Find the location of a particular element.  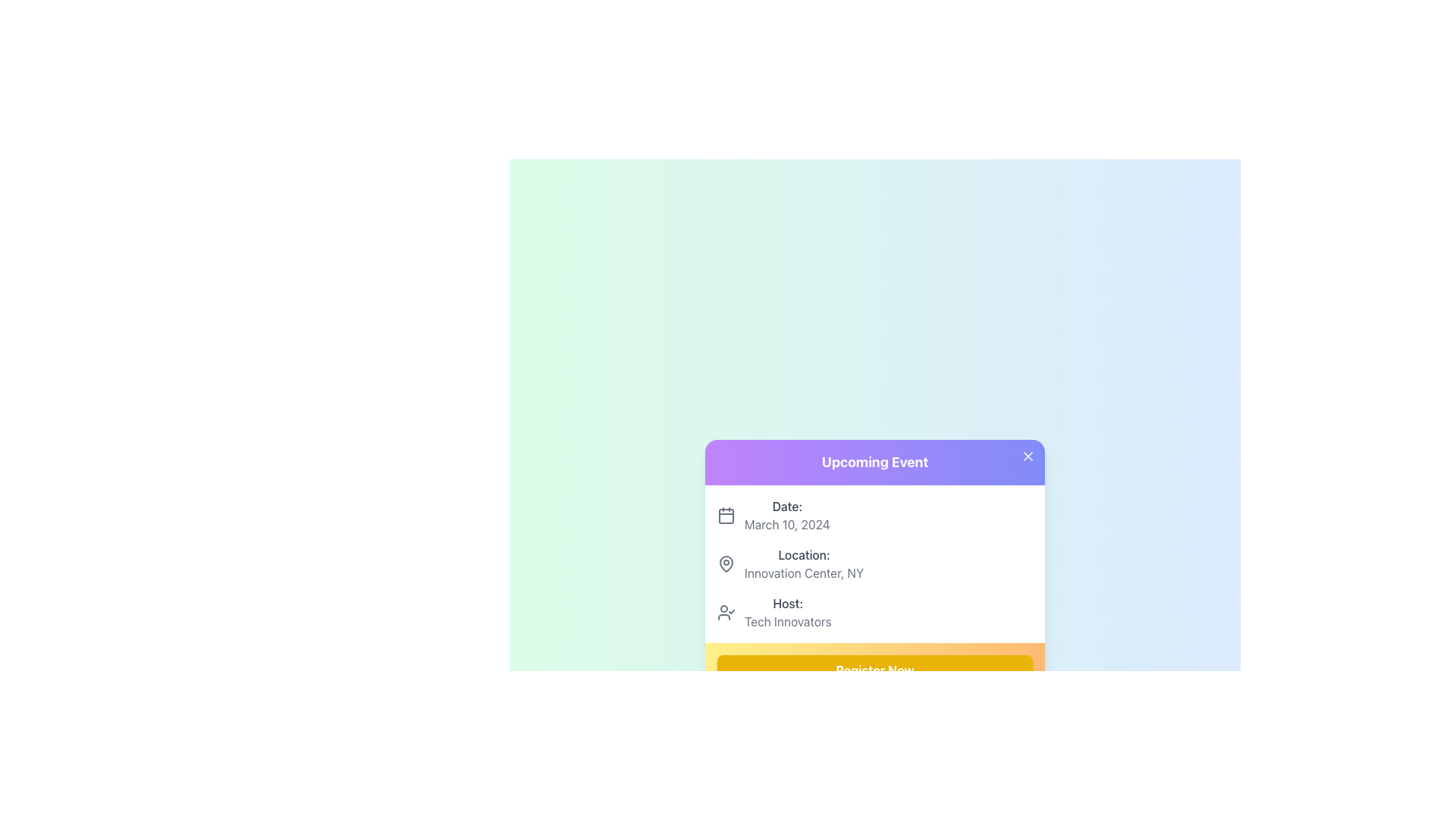

the icon representing the host in the 'Host' section, located to the left of the label 'Host:' for 'Tech Innovators' is located at coordinates (726, 611).